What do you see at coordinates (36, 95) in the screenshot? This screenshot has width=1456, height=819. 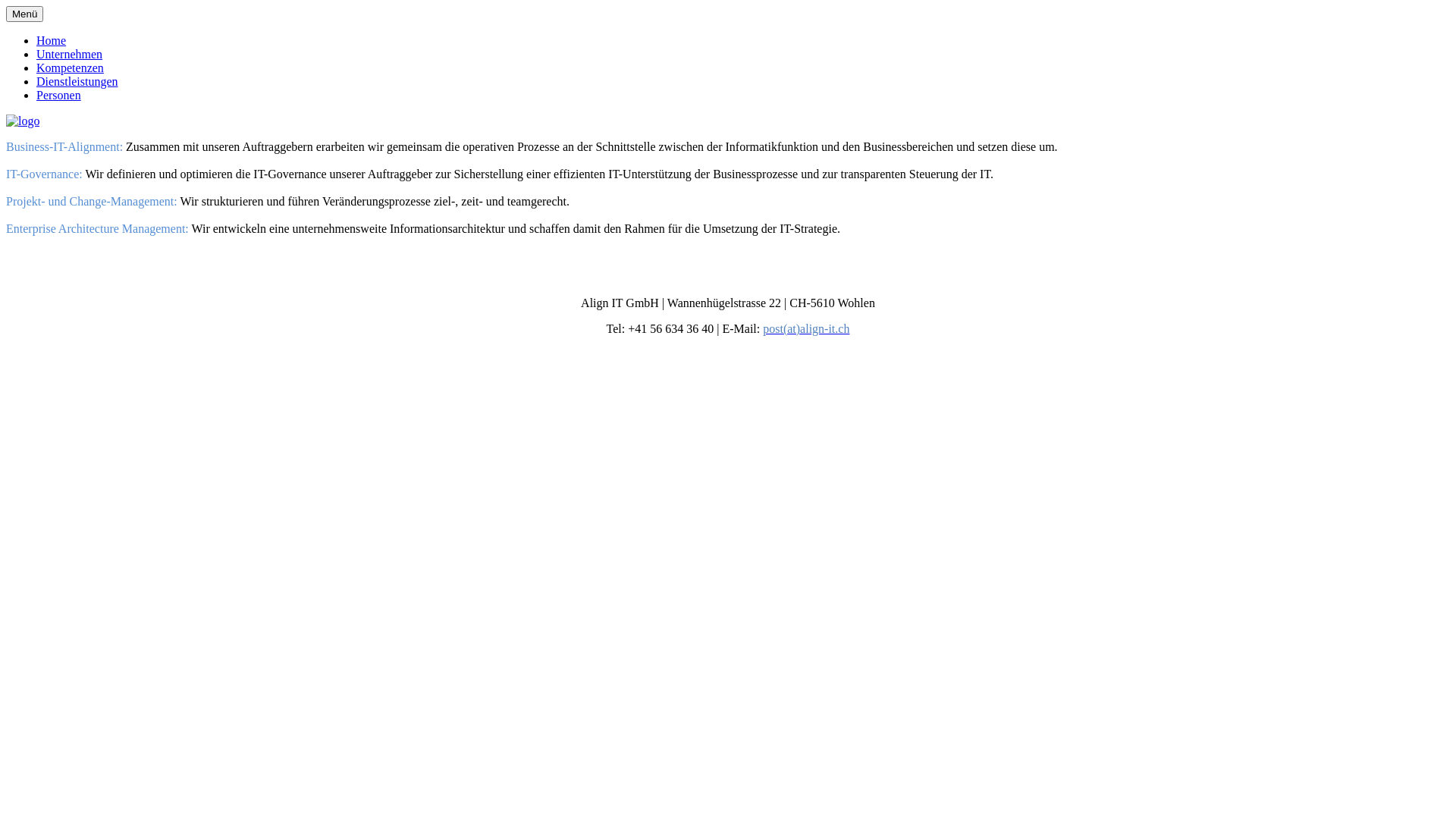 I see `'Personen'` at bounding box center [36, 95].